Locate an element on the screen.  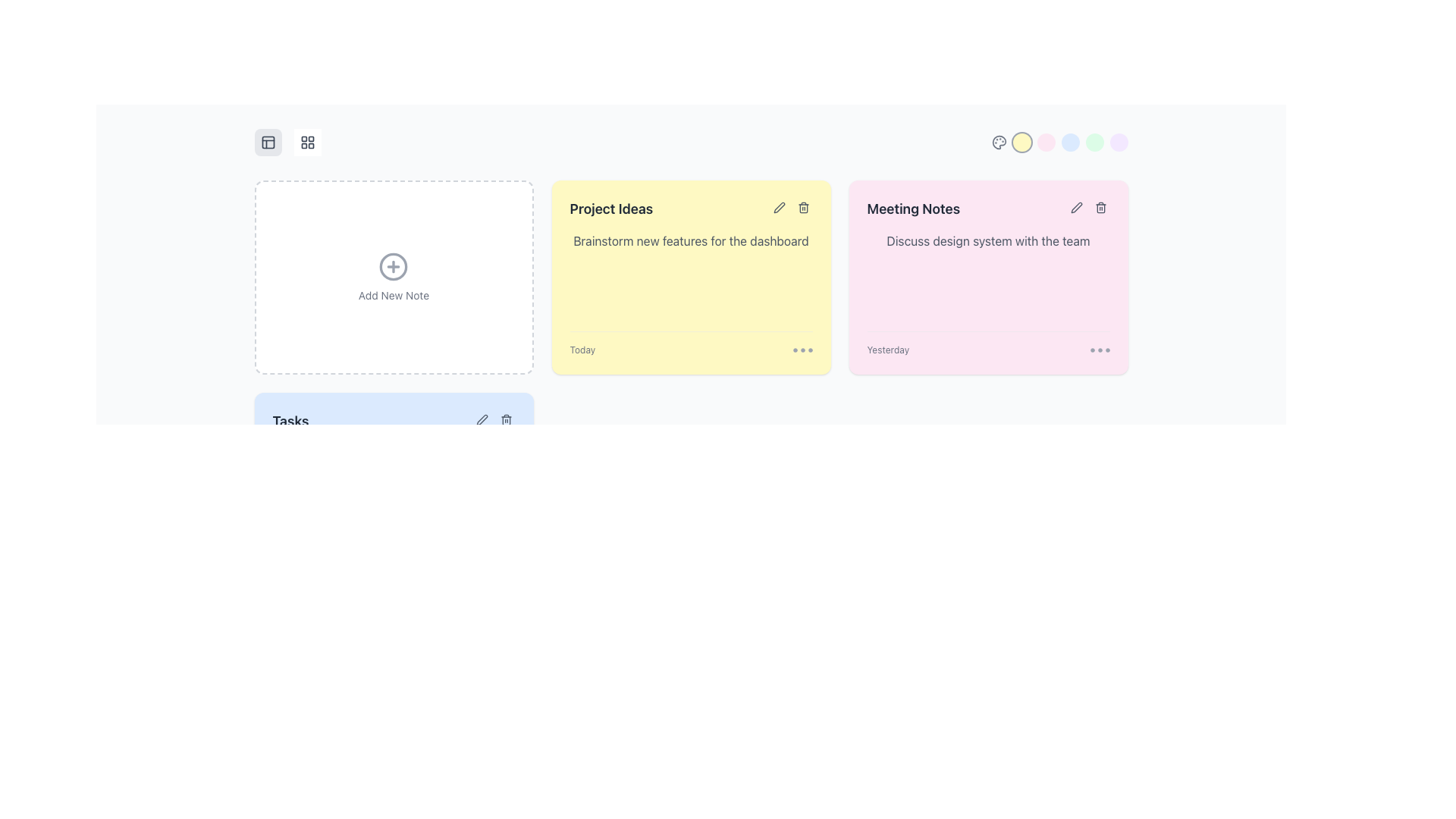
the 'Tasks' card which is the fourth card from the left in the third row of a three-column grid layout, styled with a light blue background and rounded corners, to interact with its content is located at coordinates (394, 489).